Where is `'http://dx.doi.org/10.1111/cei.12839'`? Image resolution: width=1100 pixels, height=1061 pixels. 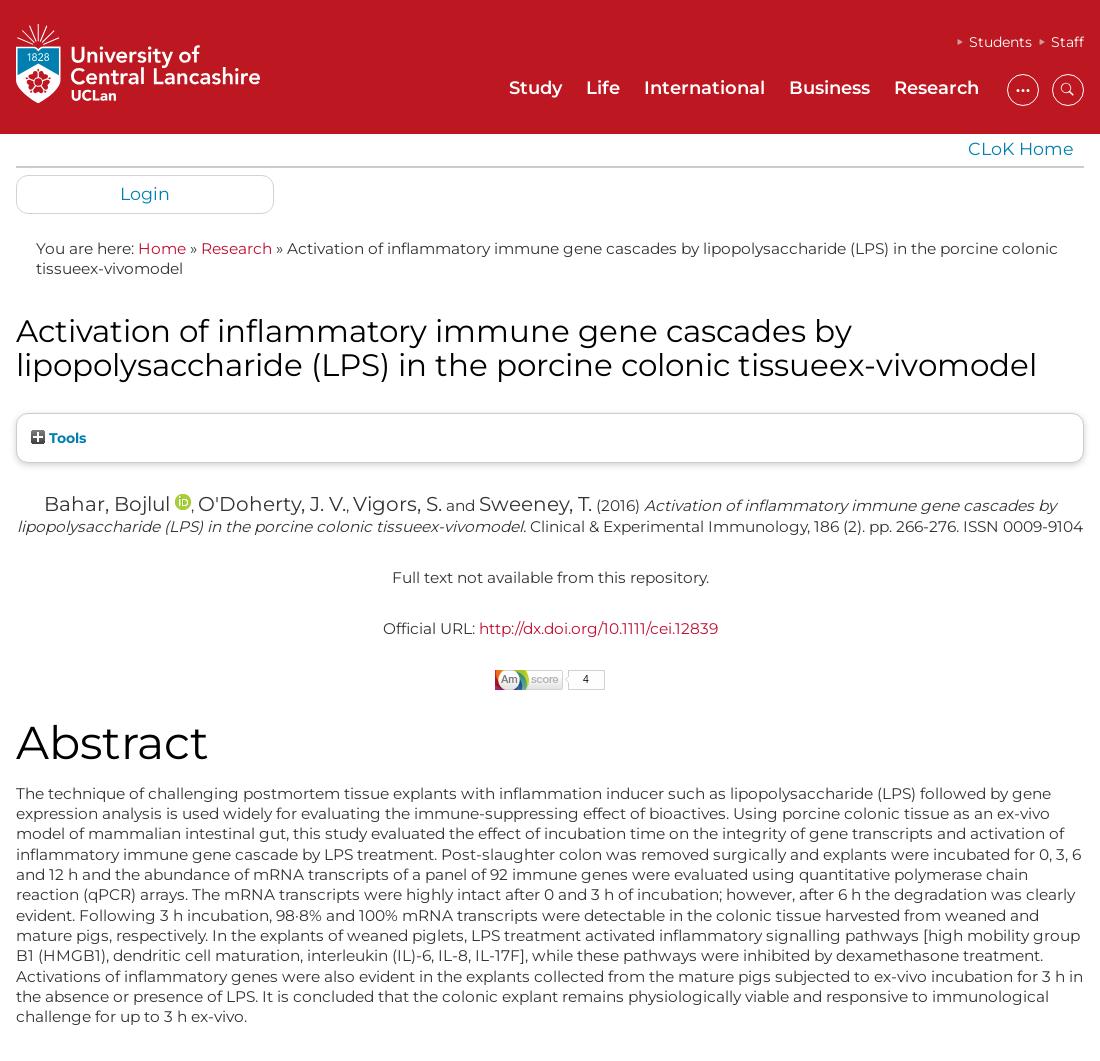
'http://dx.doi.org/10.1111/cei.12839' is located at coordinates (596, 626).